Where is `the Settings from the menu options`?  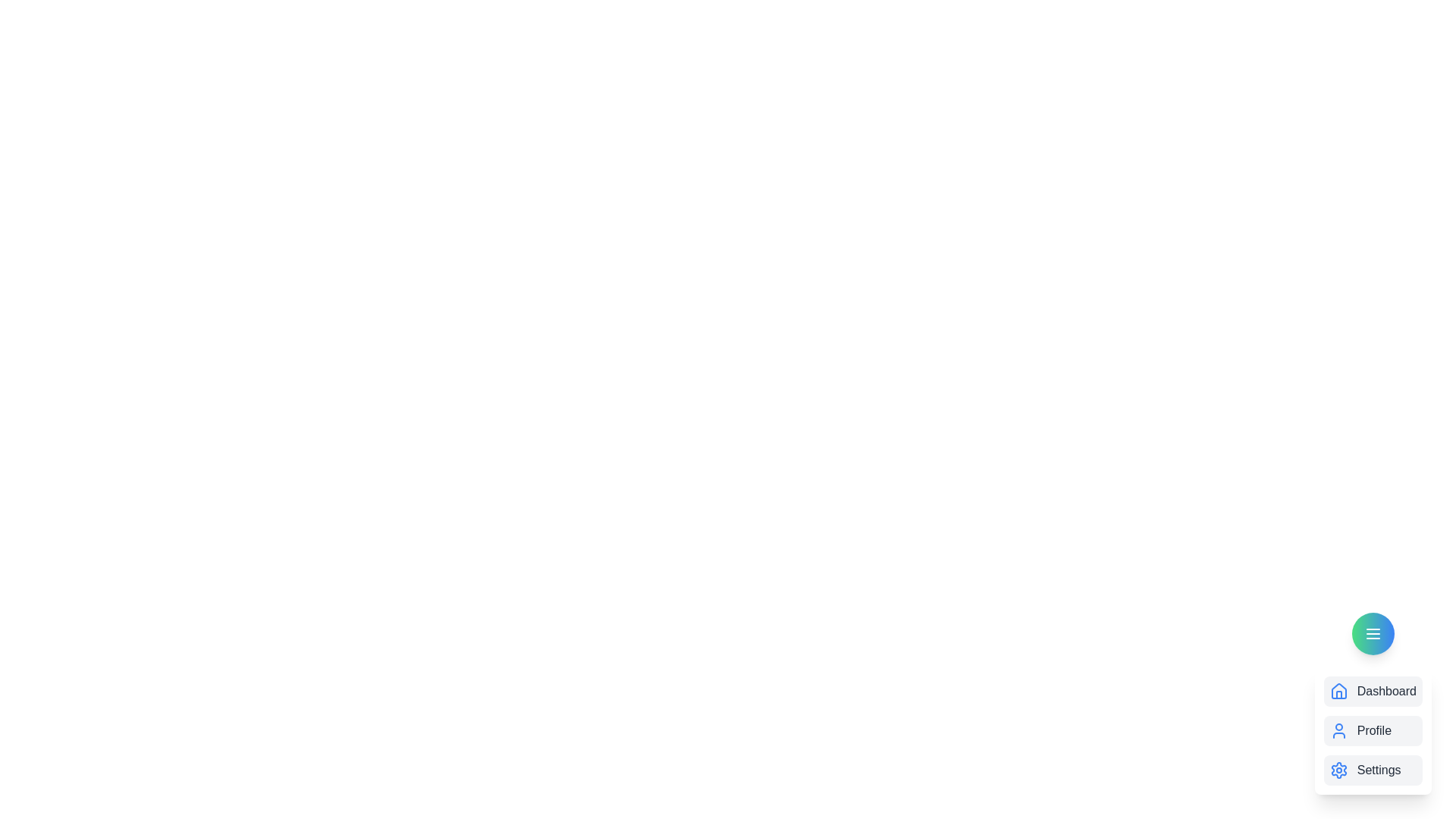
the Settings from the menu options is located at coordinates (1373, 770).